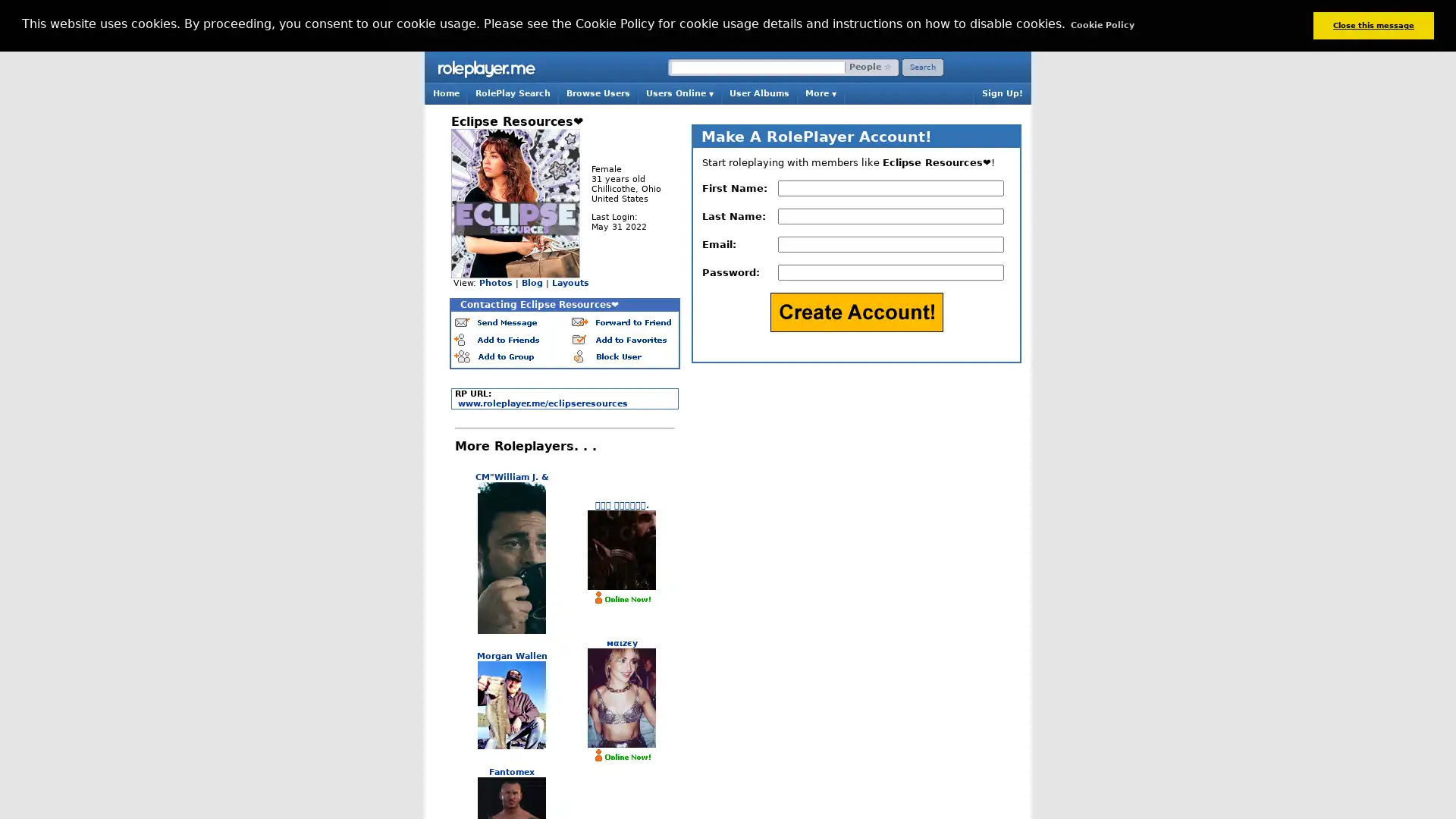  I want to click on Search, so click(922, 66).